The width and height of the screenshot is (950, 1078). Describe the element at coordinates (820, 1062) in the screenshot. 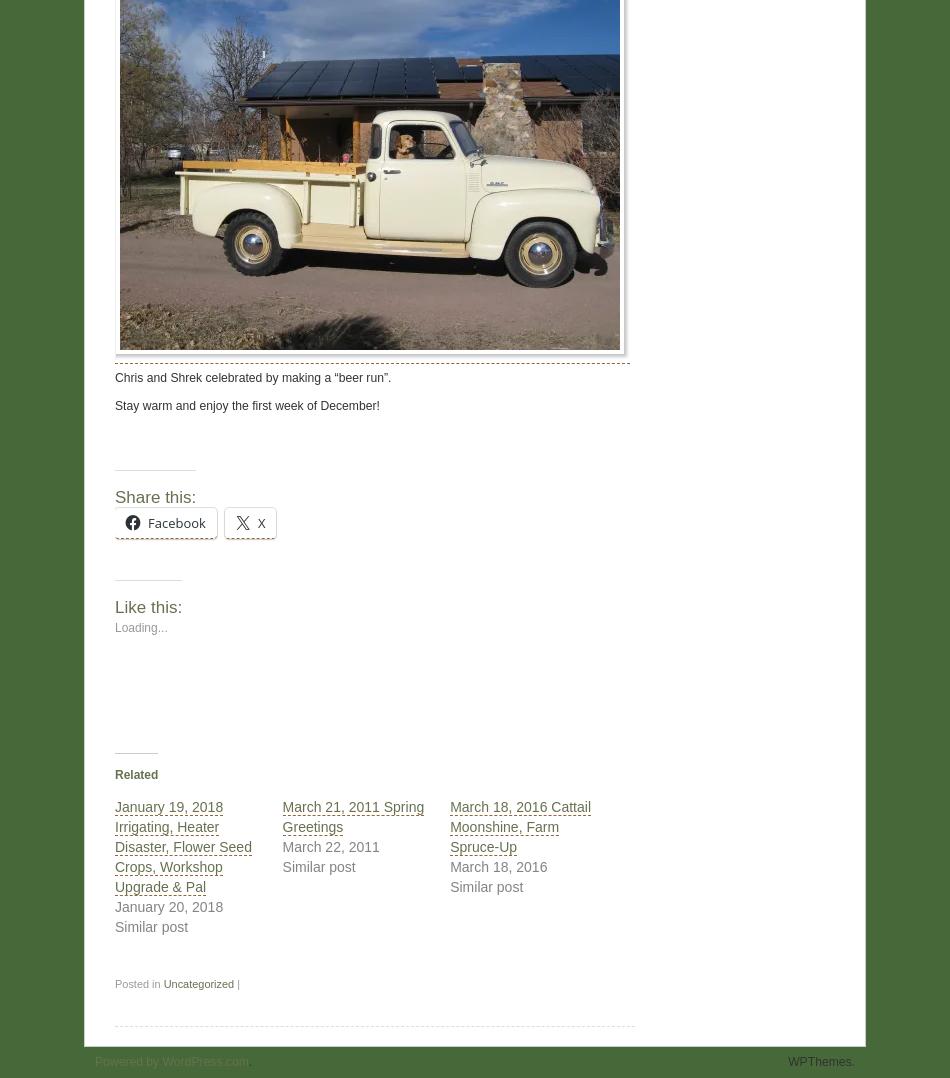

I see `'WPThemes.'` at that location.